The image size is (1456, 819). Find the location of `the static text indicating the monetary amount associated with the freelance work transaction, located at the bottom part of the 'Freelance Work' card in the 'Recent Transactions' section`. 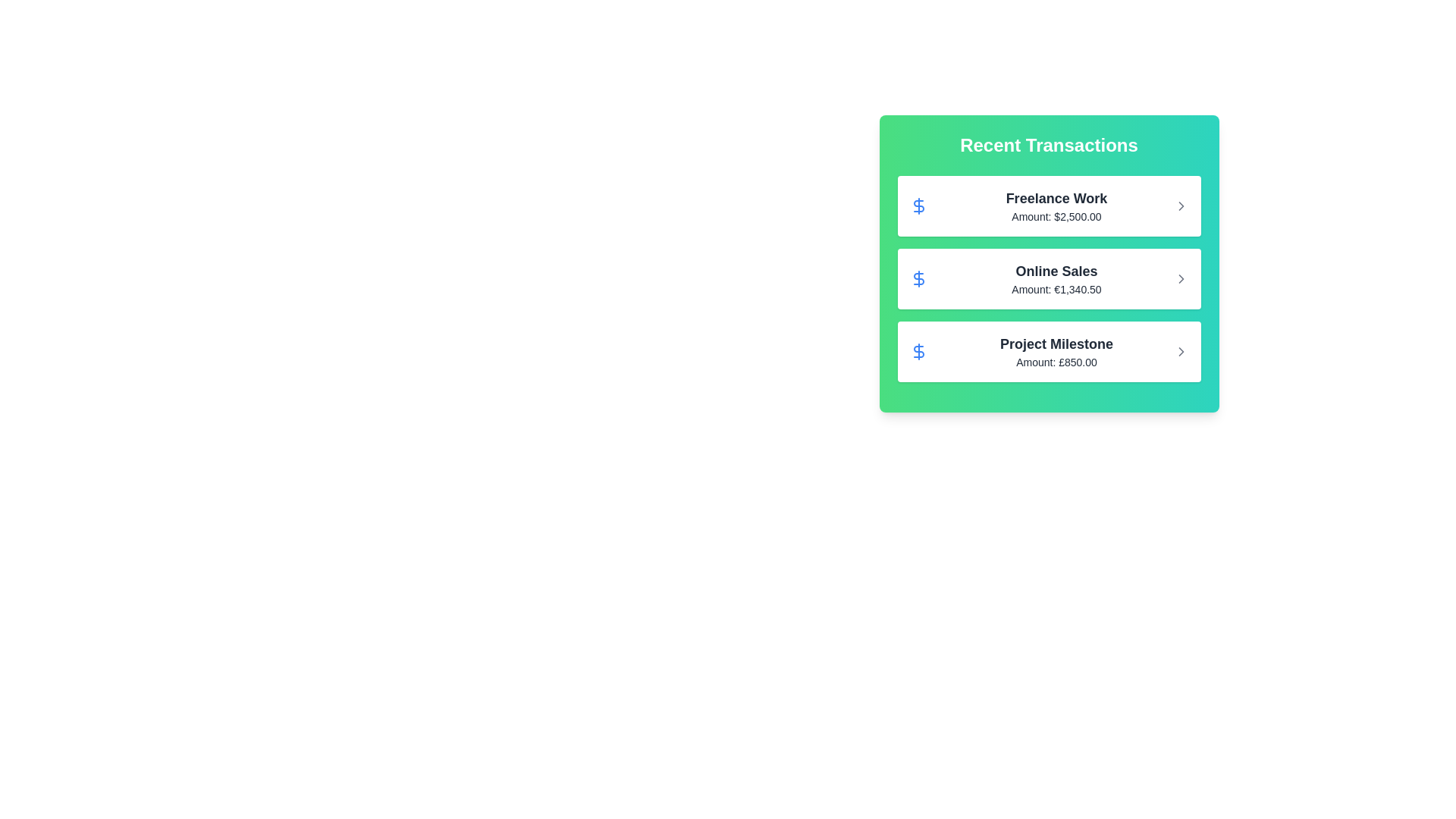

the static text indicating the monetary amount associated with the freelance work transaction, located at the bottom part of the 'Freelance Work' card in the 'Recent Transactions' section is located at coordinates (1056, 216).